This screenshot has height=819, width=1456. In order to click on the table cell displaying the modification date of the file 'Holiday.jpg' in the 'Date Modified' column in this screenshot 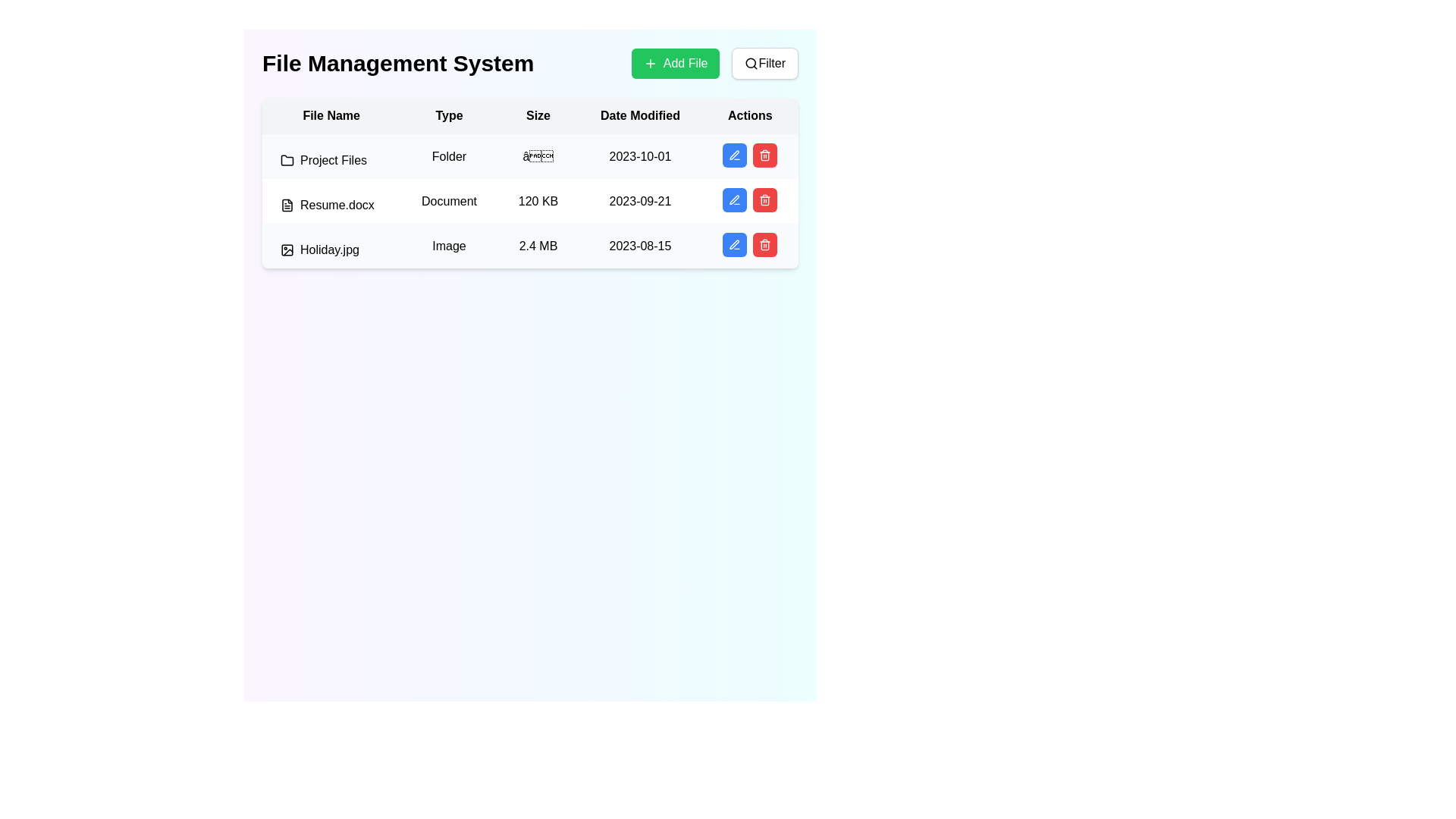, I will do `click(640, 245)`.